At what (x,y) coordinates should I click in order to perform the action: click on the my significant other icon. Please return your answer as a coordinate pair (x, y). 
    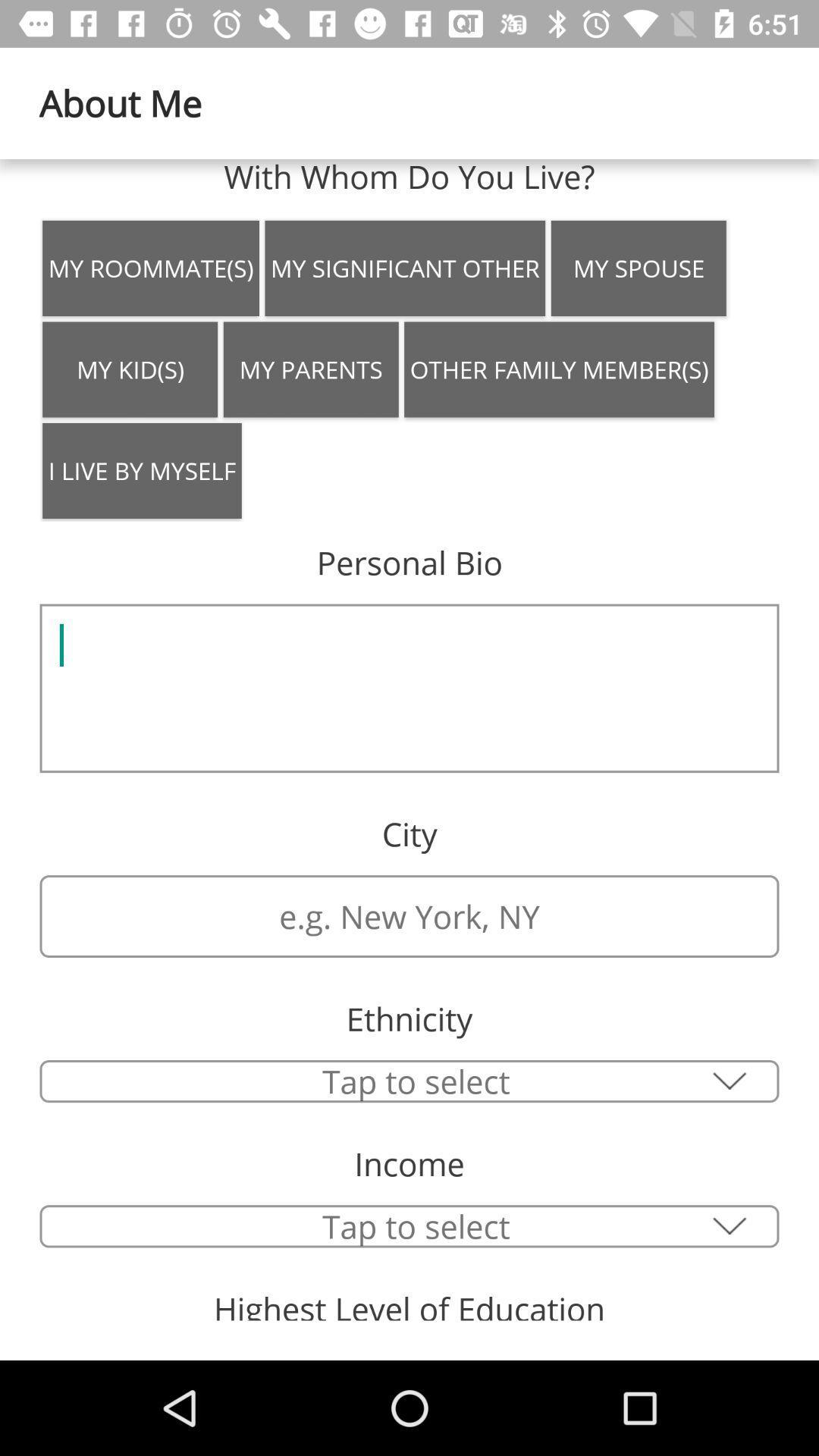
    Looking at the image, I should click on (404, 268).